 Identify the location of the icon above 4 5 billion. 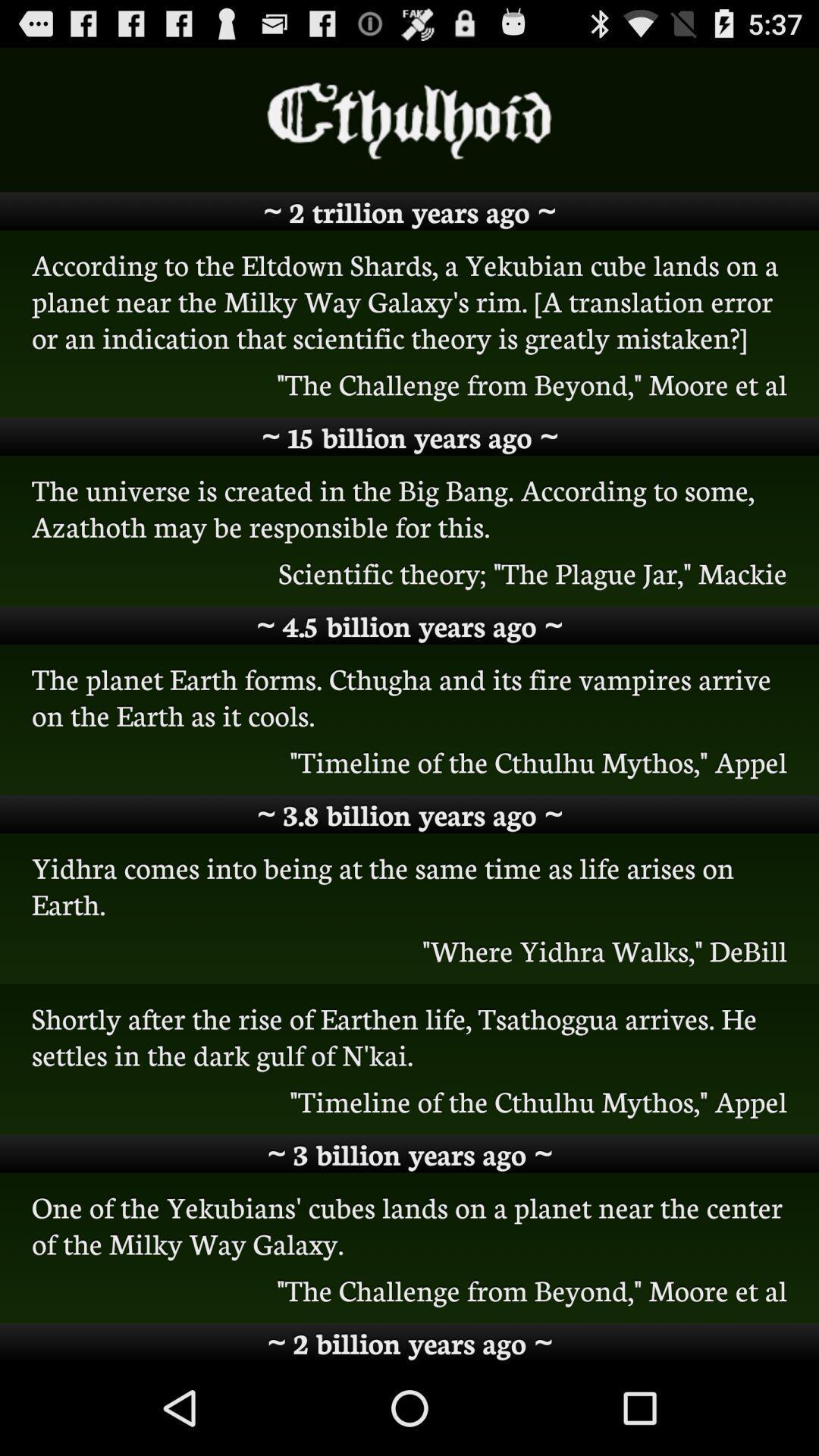
(409, 572).